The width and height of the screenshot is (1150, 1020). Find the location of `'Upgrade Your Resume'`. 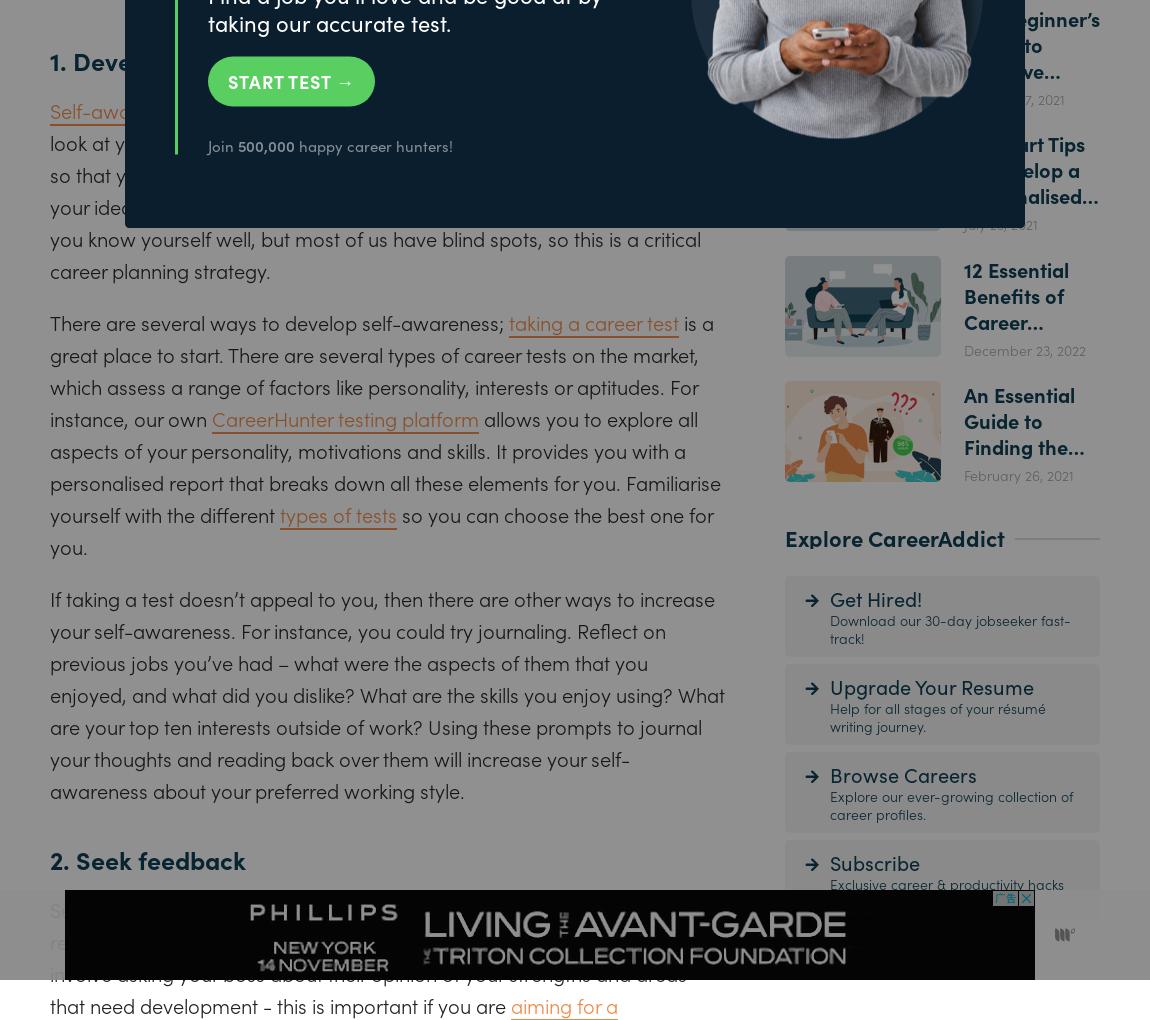

'Upgrade Your Resume' is located at coordinates (828, 684).